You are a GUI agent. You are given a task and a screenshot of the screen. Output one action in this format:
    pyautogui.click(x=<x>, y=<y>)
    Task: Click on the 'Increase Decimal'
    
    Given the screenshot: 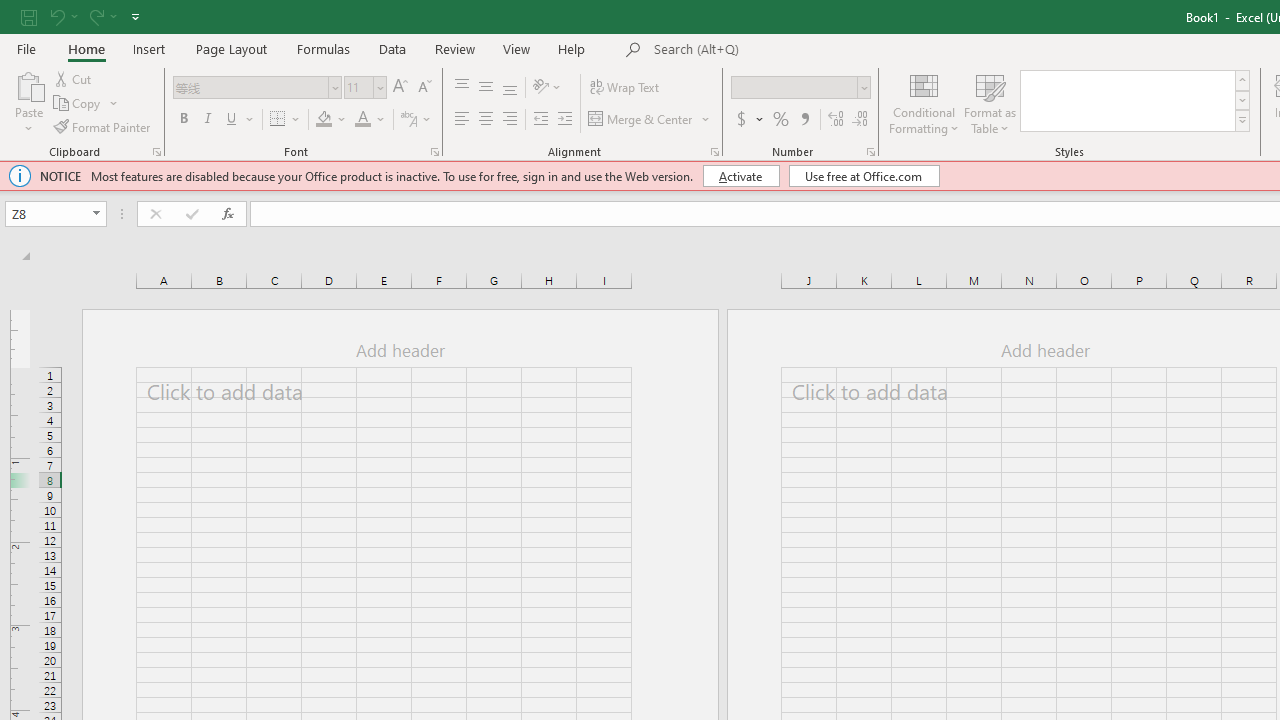 What is the action you would take?
    pyautogui.click(x=836, y=119)
    